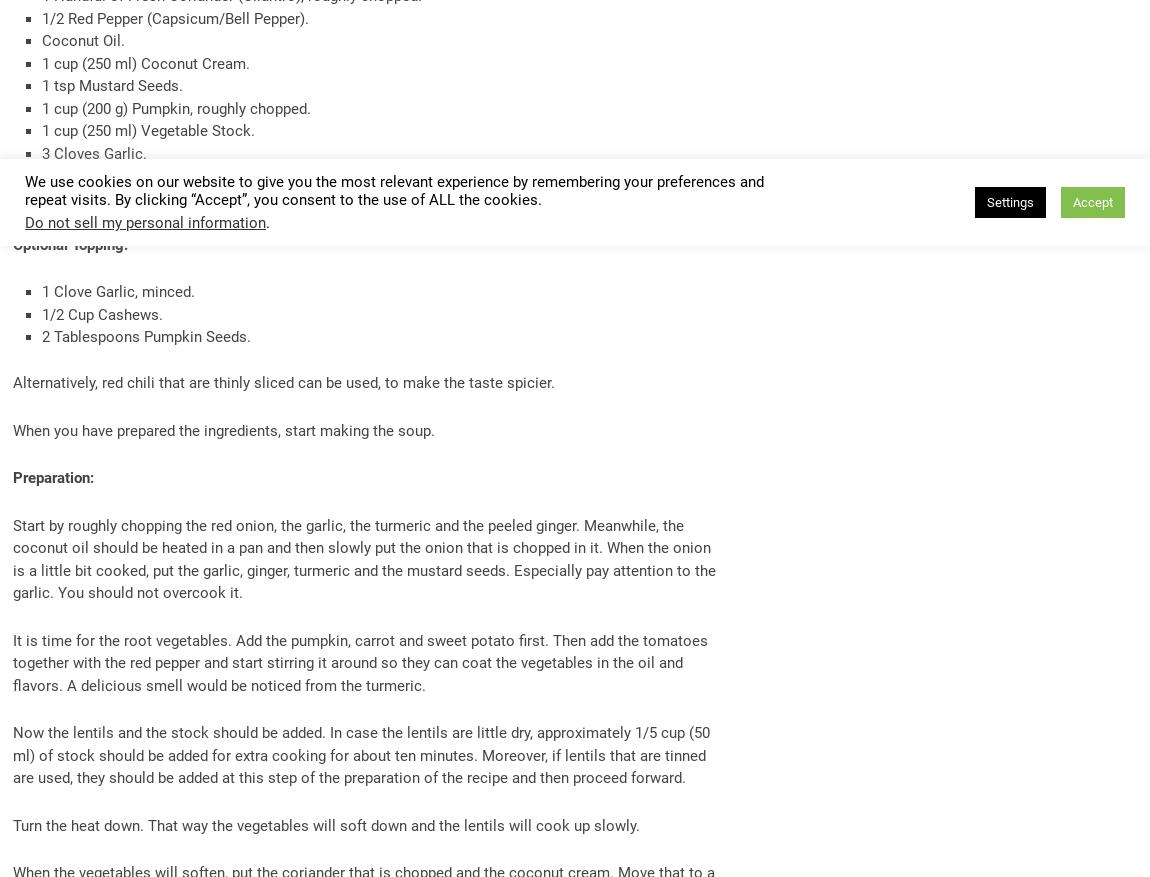  Describe the element at coordinates (326, 823) in the screenshot. I see `'Turn the heat down. That way the vegetables will soft down and the lentils will cook up slowly.'` at that location.